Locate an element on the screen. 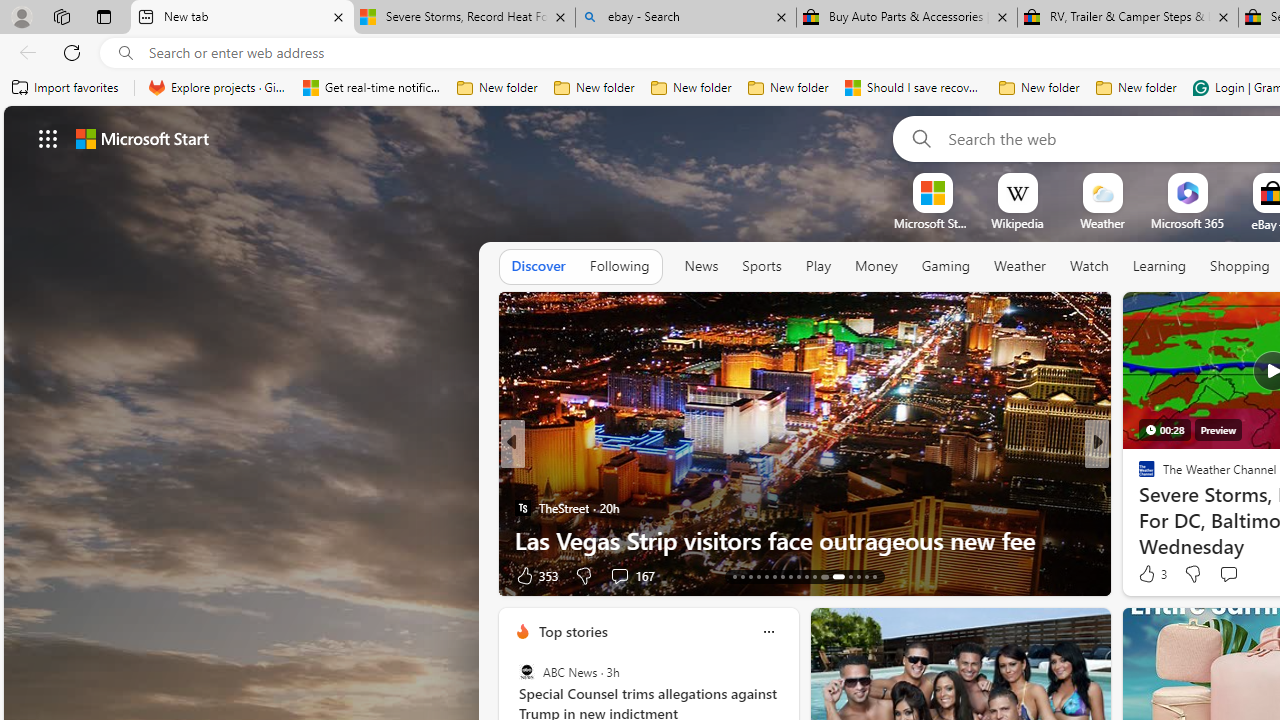 The image size is (1280, 720). 'News' is located at coordinates (701, 265).